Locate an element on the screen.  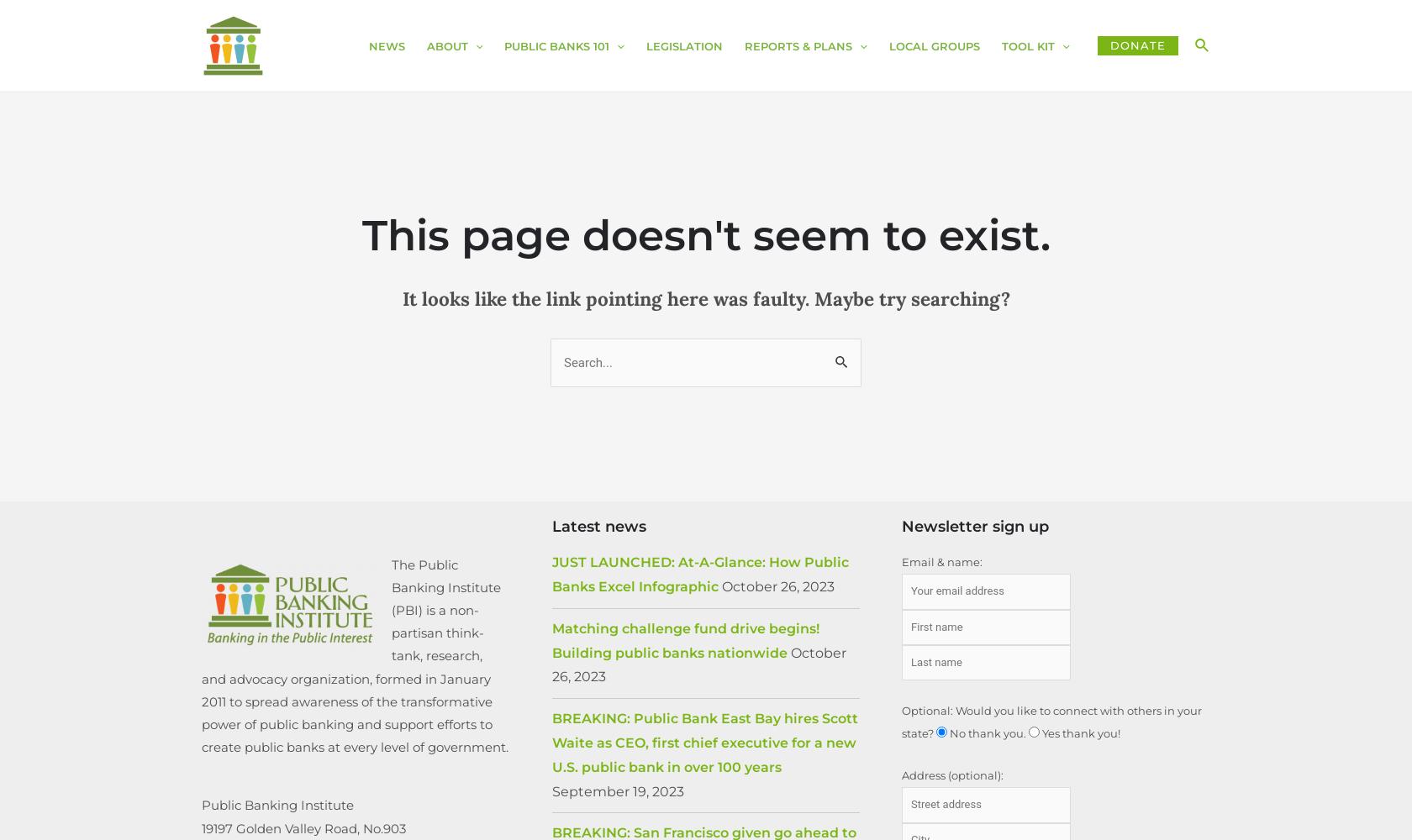
'September 19, 2023' is located at coordinates (551, 790).